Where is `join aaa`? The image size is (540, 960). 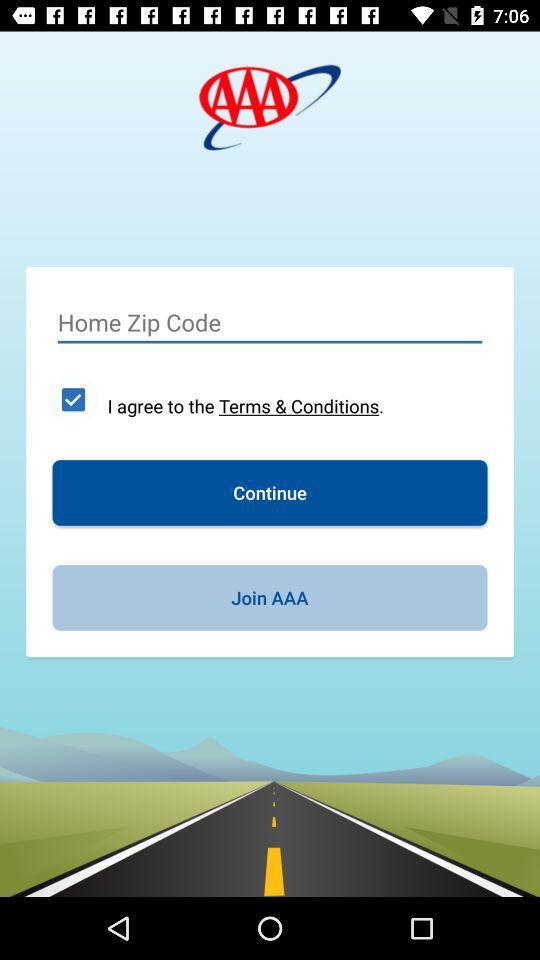
join aaa is located at coordinates (270, 597).